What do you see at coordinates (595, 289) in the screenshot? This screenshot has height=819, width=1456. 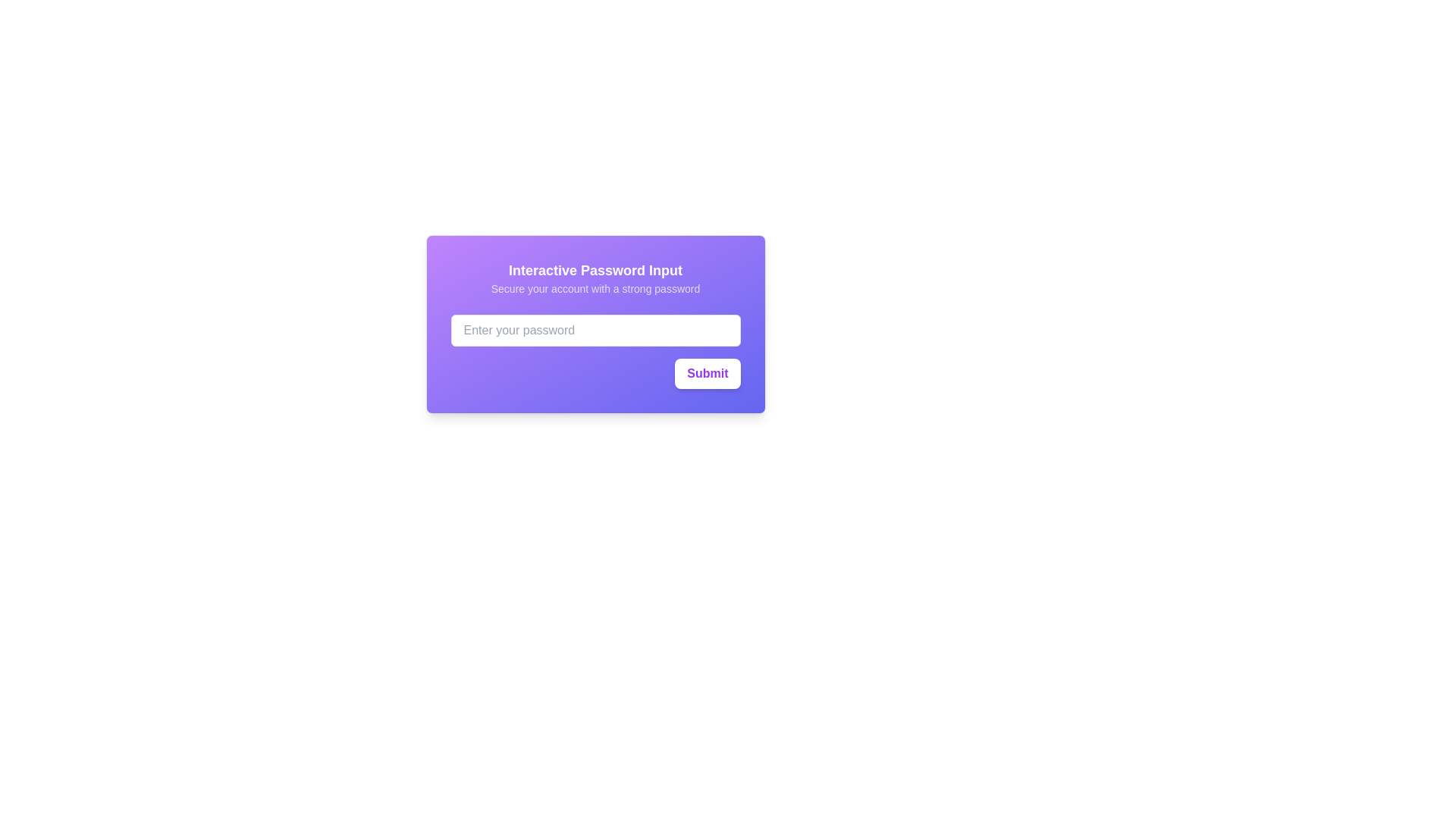 I see `the instructional text label that reads 'Secure your account with a strong password', which is positioned below the title 'Interactive Password Input' and above a password input field, centered within a gradient purple background` at bounding box center [595, 289].